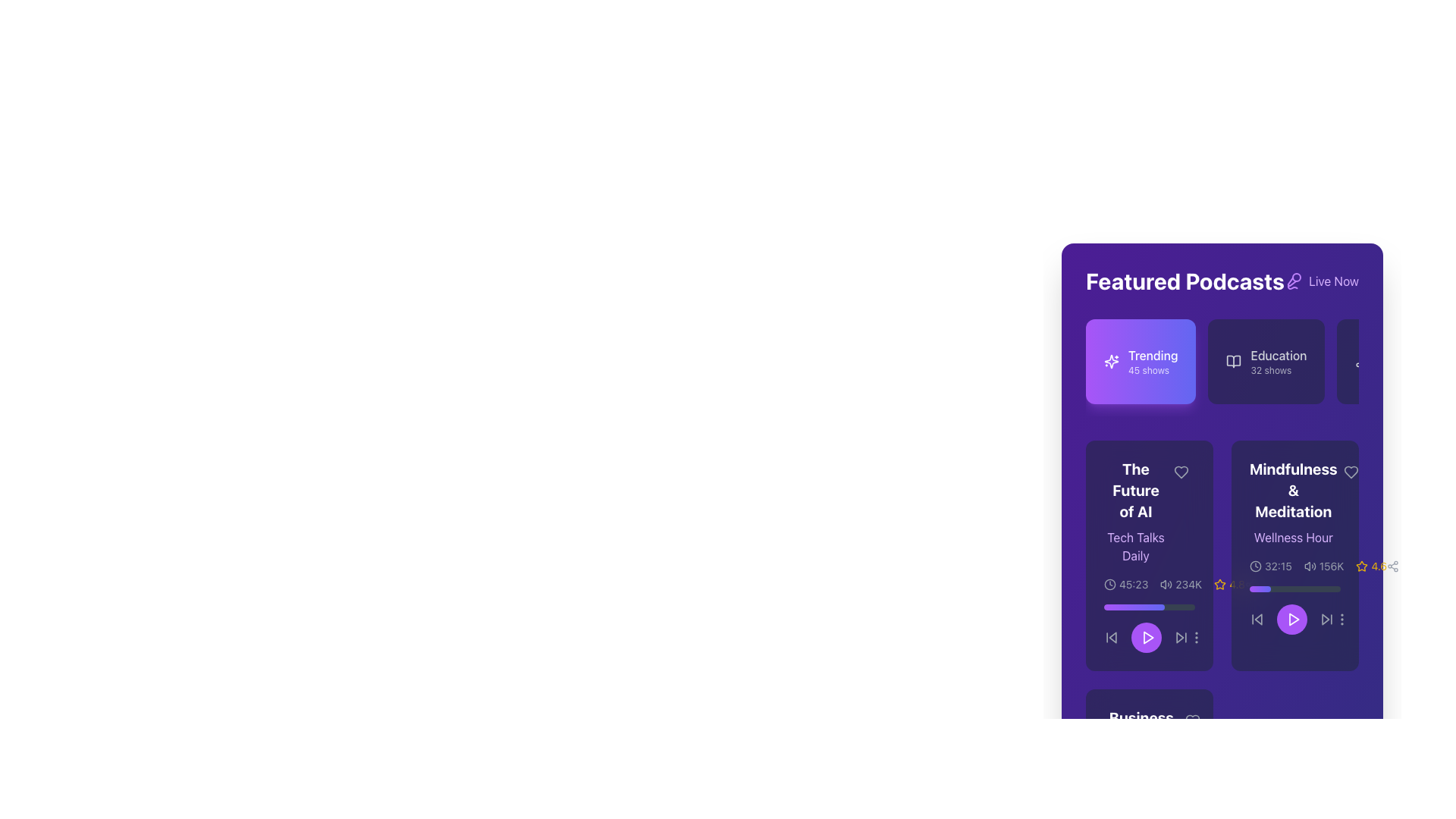 Image resolution: width=1456 pixels, height=819 pixels. What do you see at coordinates (1110, 607) in the screenshot?
I see `the slider value` at bounding box center [1110, 607].